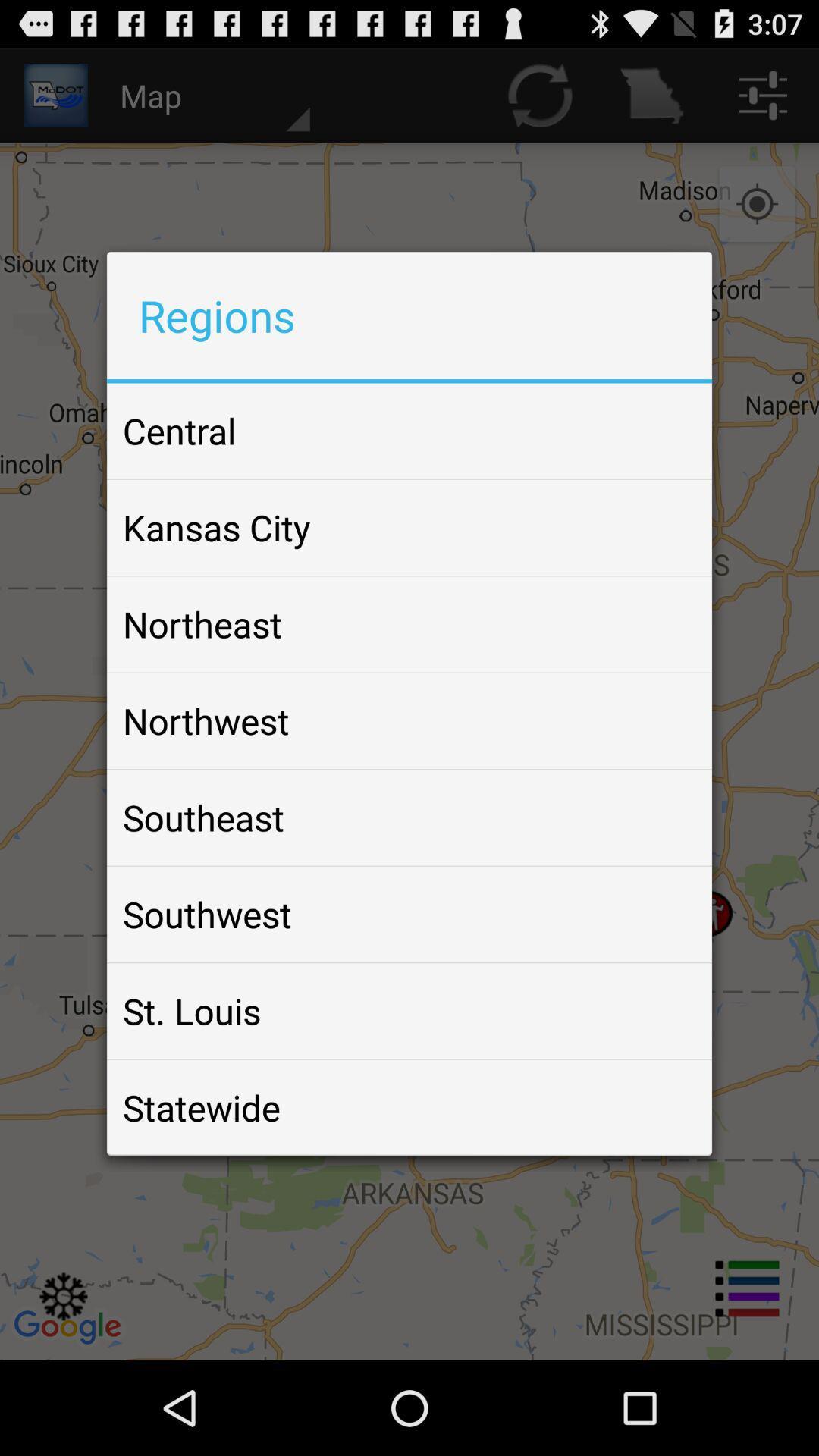 The height and width of the screenshot is (1456, 819). I want to click on item to the right of kansas city, so click(663, 528).